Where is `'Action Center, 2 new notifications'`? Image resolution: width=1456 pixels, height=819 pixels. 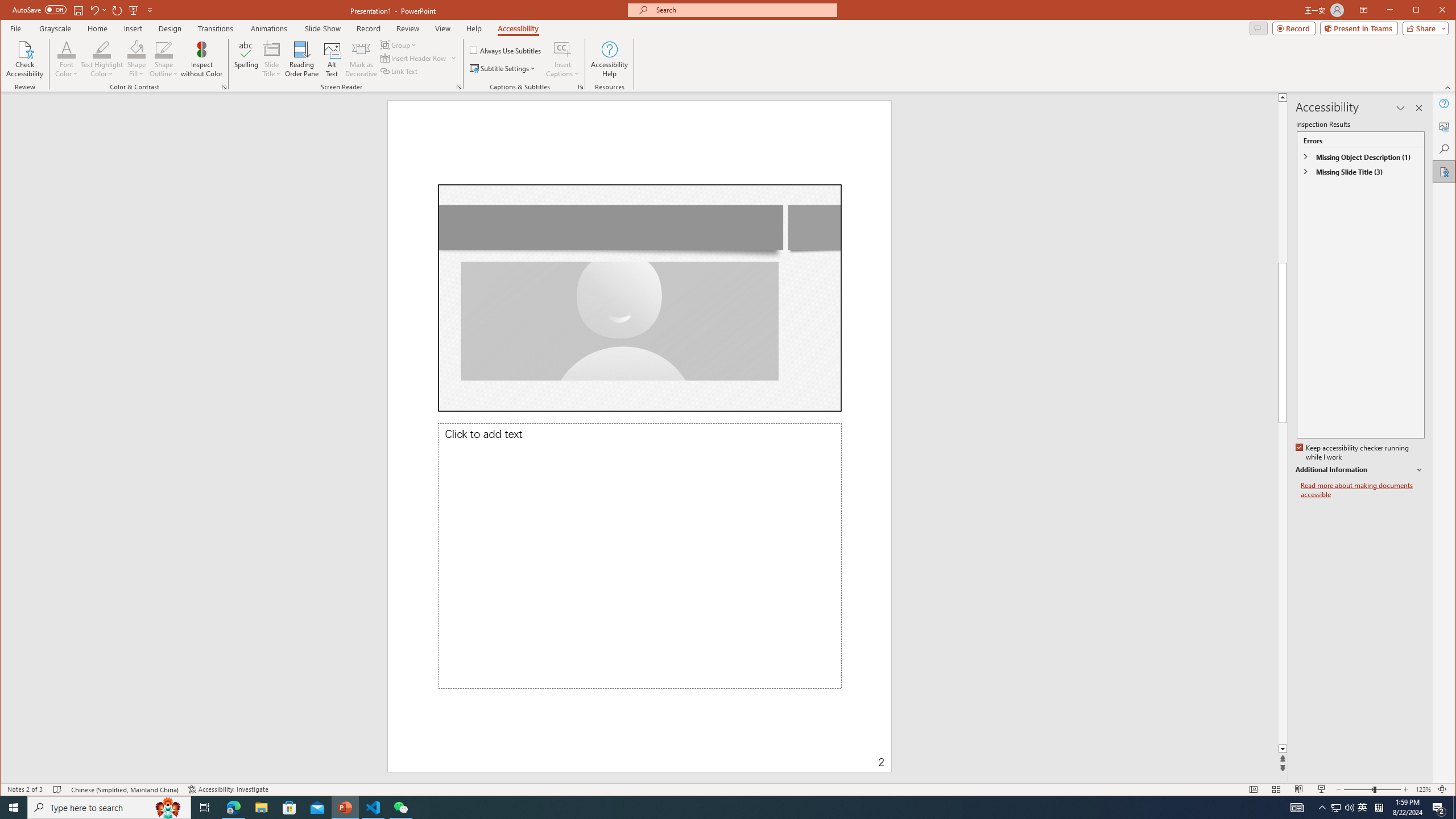
'Action Center, 2 new notifications' is located at coordinates (1439, 806).